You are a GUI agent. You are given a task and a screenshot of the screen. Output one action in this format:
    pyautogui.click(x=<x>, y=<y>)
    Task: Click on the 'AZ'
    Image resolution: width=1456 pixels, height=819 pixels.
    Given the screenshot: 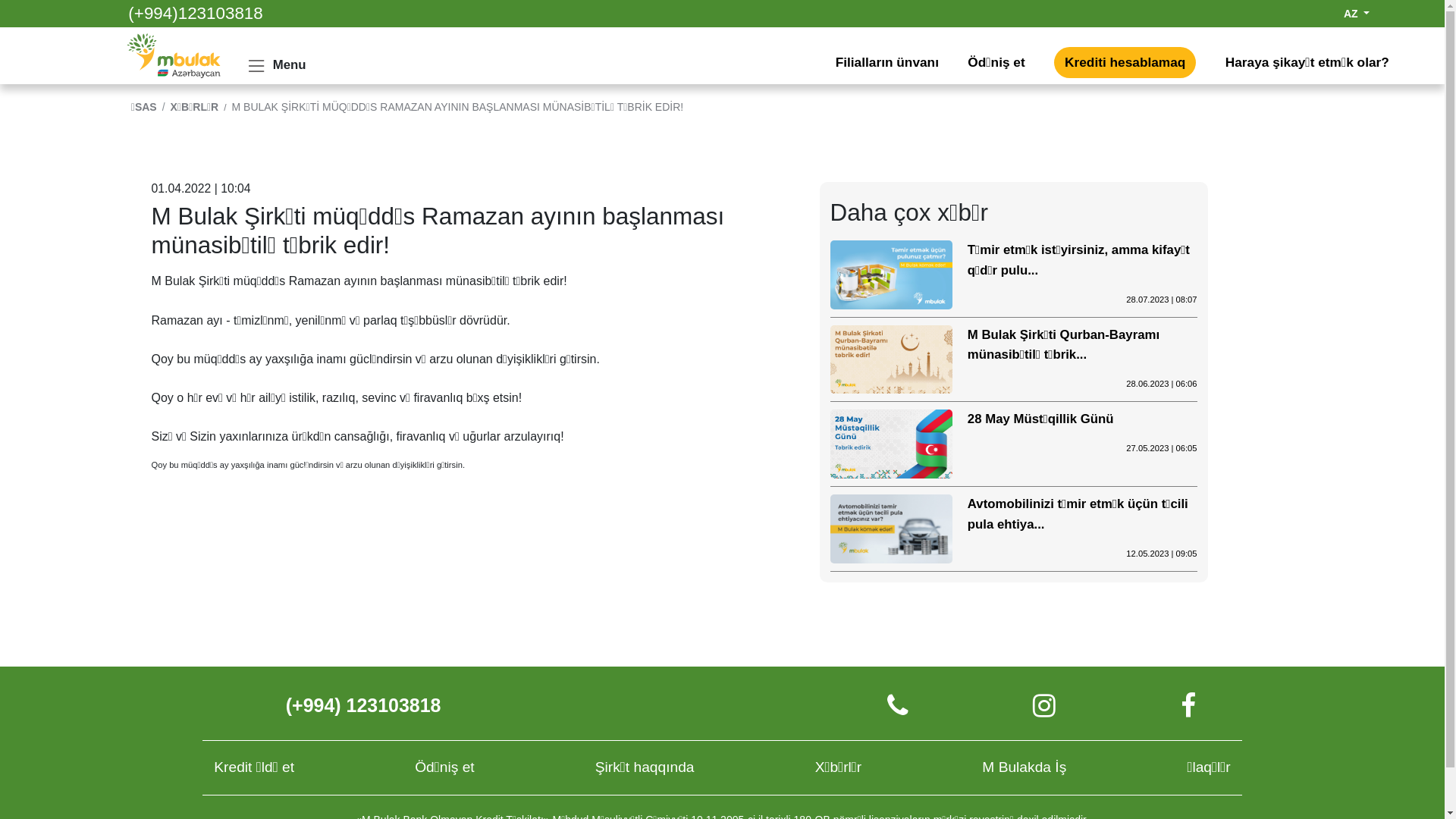 What is the action you would take?
    pyautogui.click(x=1357, y=14)
    